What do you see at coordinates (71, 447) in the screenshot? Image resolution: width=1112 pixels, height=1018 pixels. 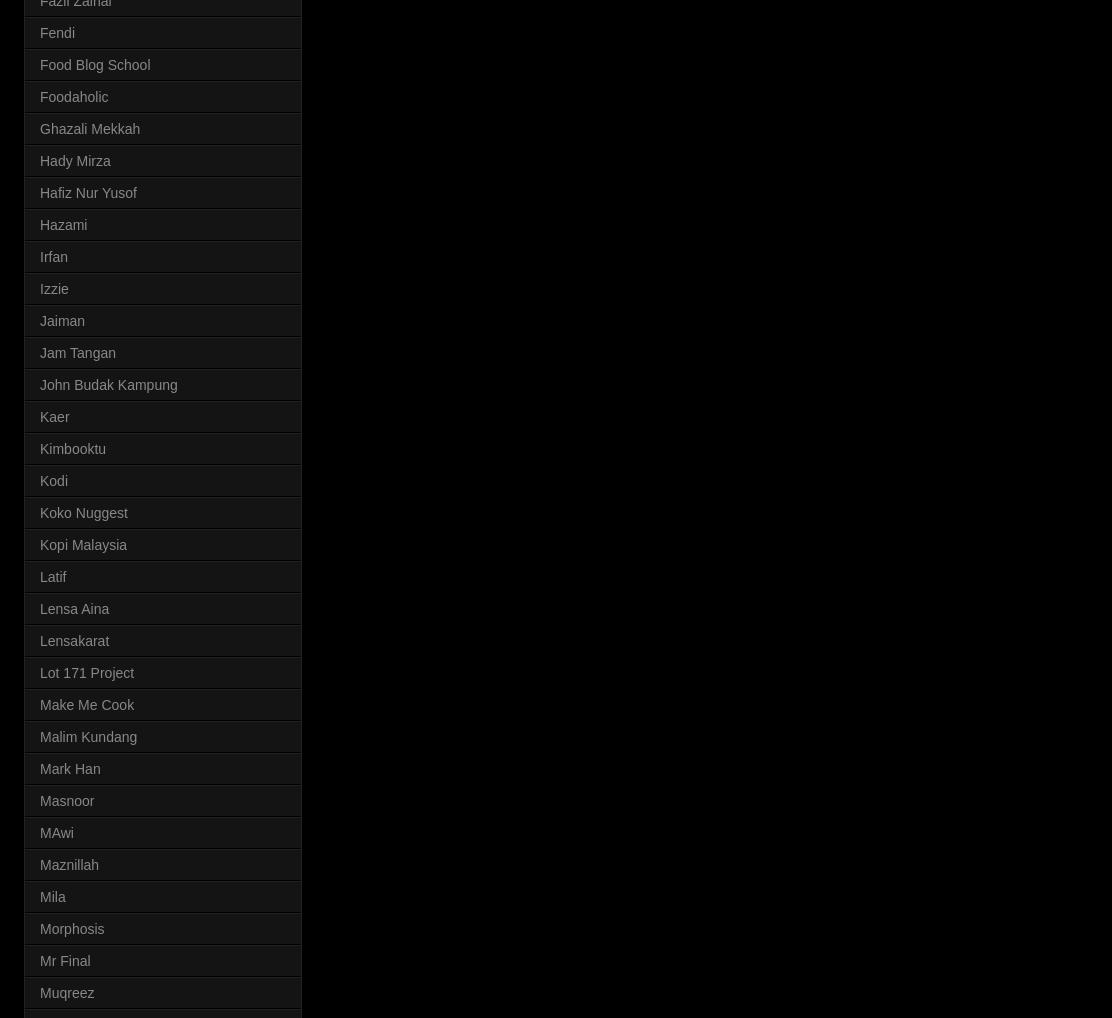 I see `'Kimbooktu'` at bounding box center [71, 447].